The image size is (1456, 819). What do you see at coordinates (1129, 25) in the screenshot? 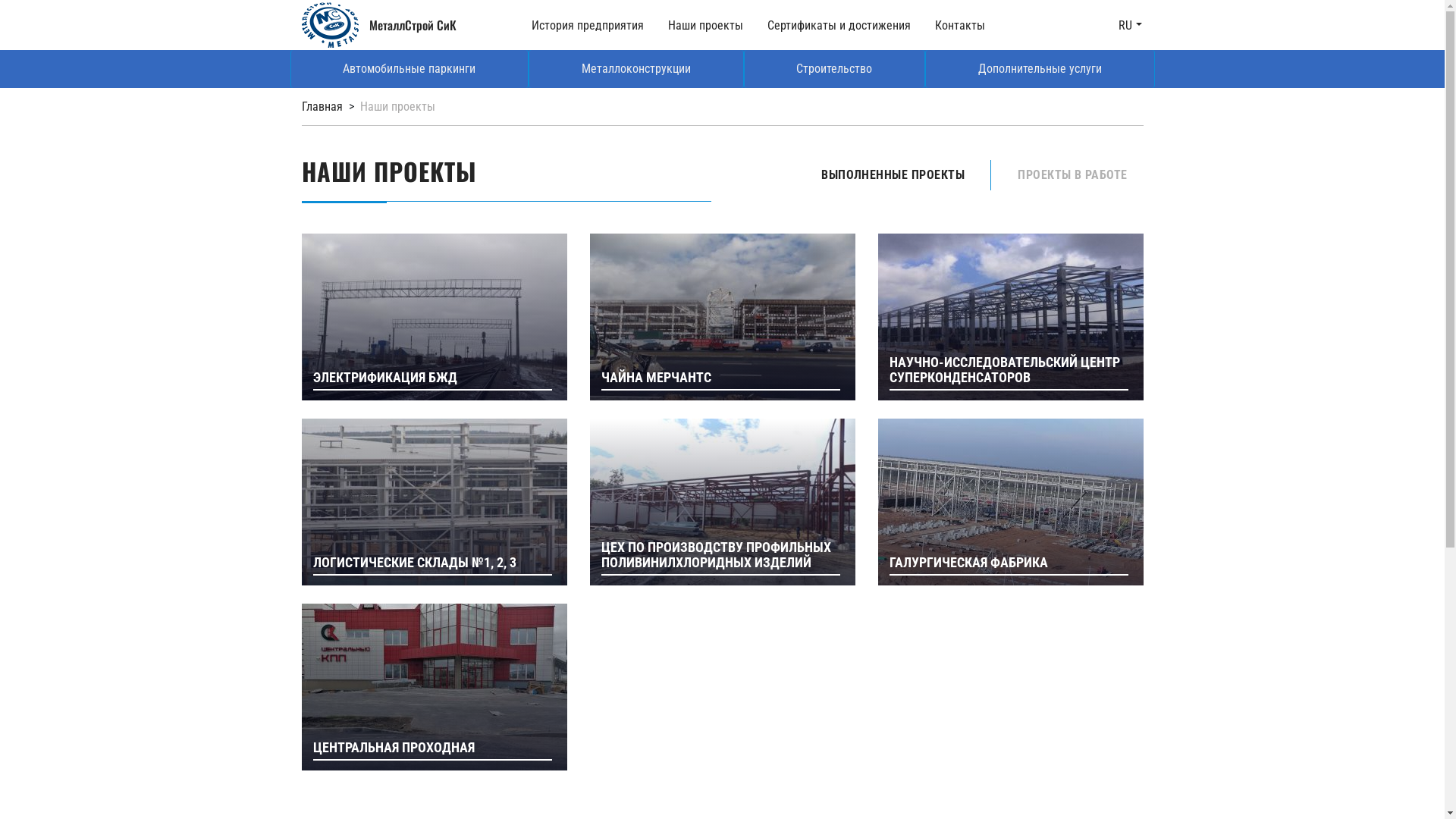
I see `'RU'` at bounding box center [1129, 25].